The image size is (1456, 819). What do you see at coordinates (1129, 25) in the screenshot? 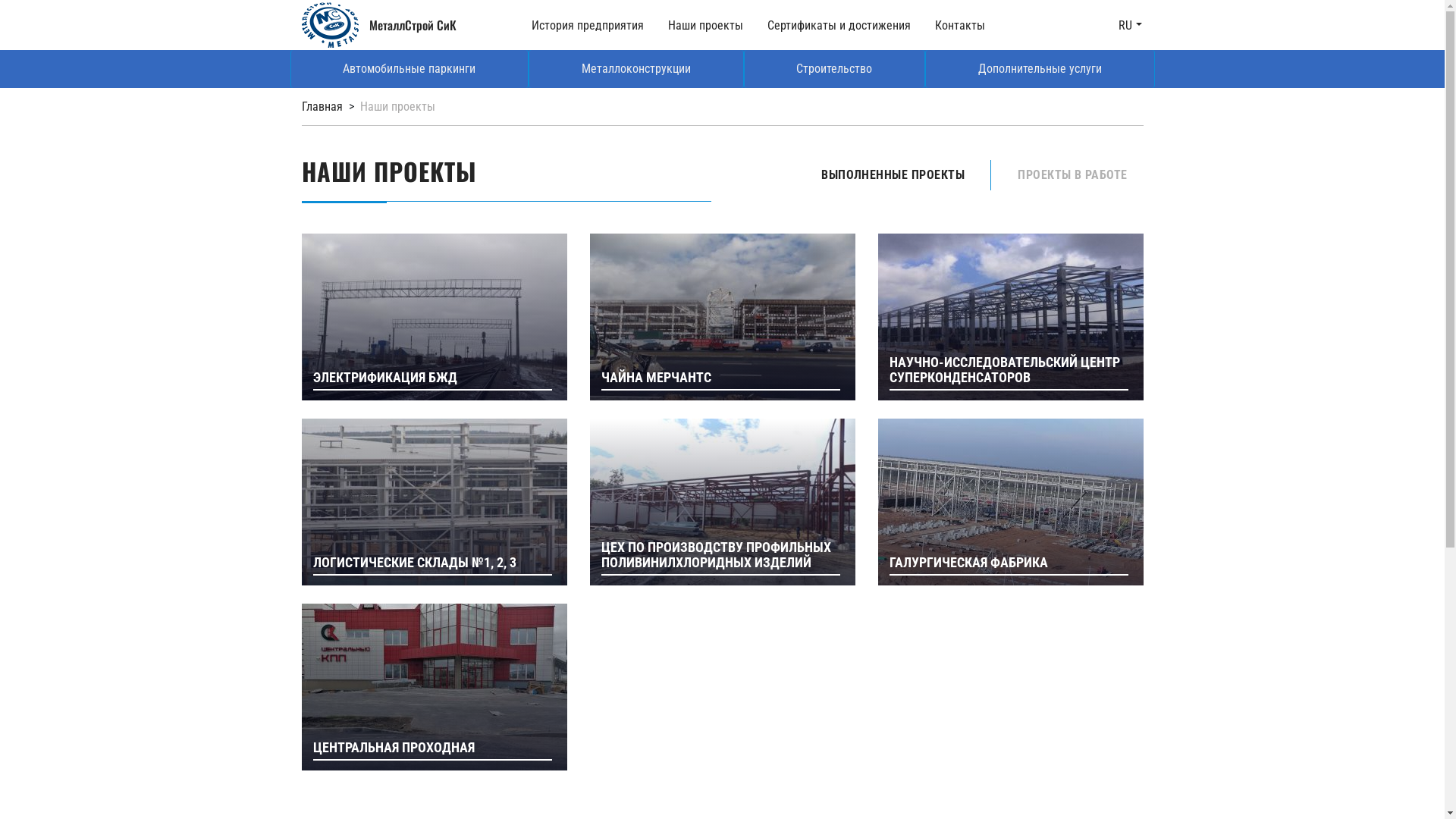
I see `'RU'` at bounding box center [1129, 25].